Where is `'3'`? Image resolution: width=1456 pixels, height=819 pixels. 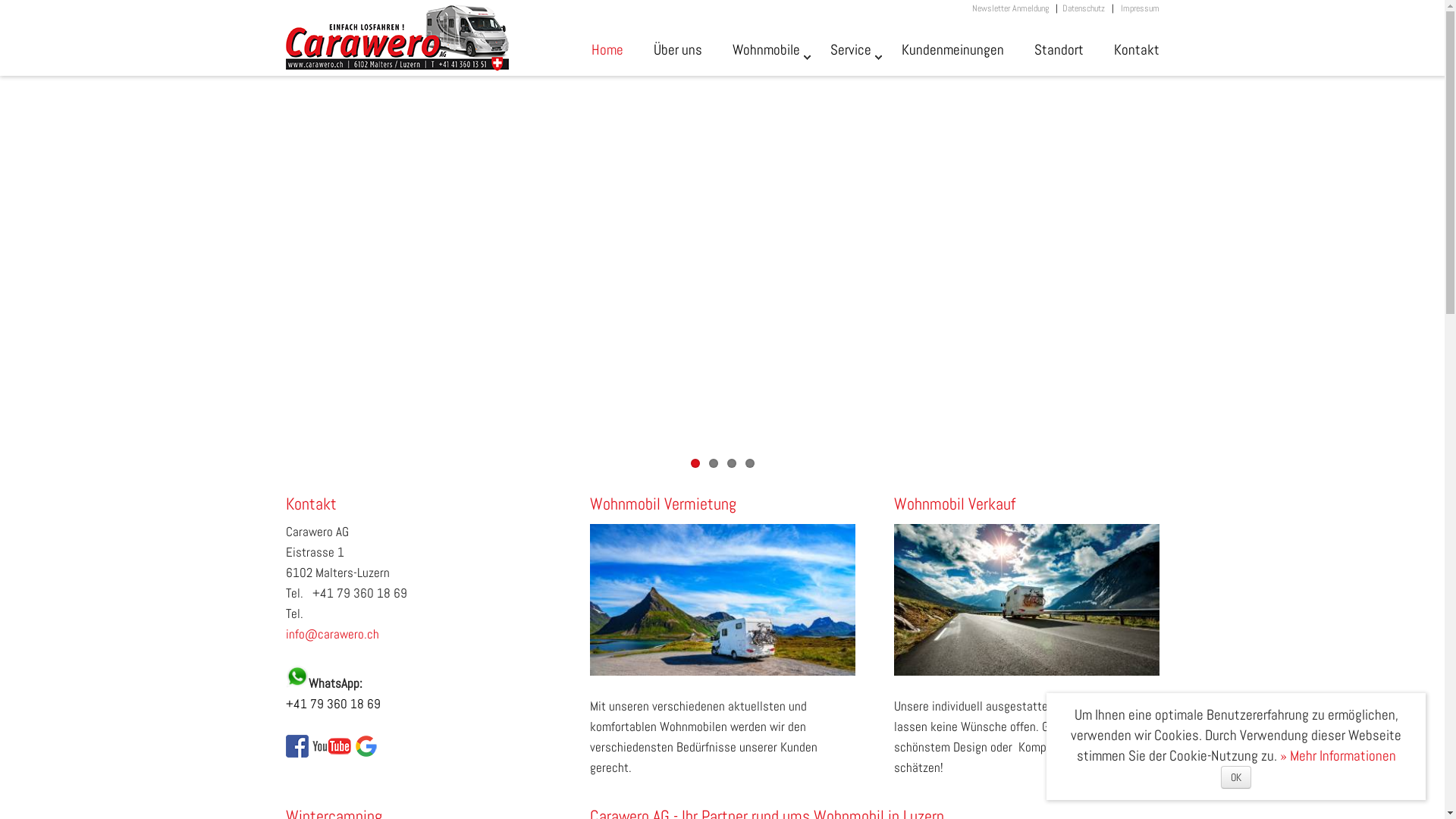 '3' is located at coordinates (731, 462).